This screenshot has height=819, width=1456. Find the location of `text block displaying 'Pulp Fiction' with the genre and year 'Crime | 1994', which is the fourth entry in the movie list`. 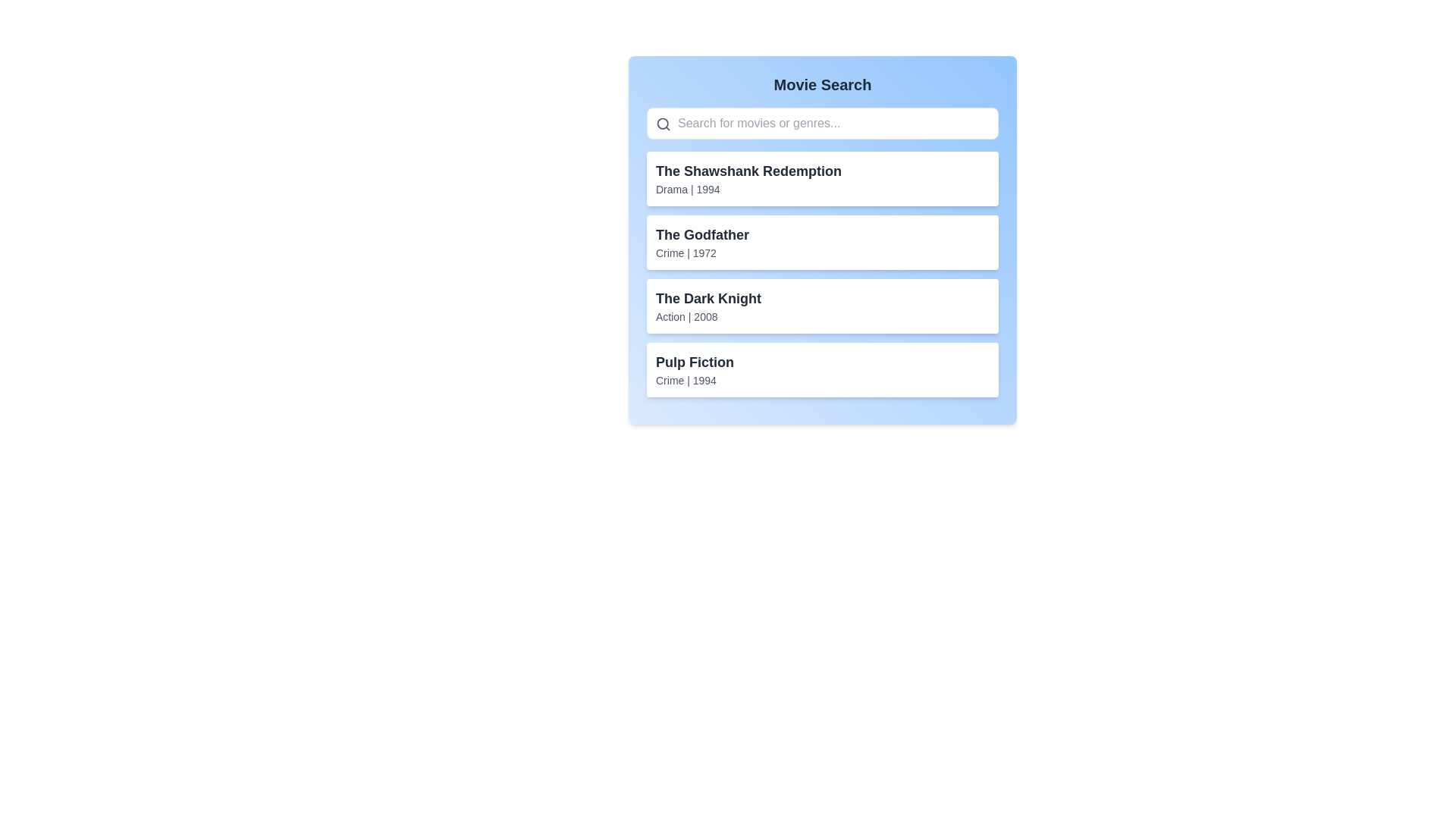

text block displaying 'Pulp Fiction' with the genre and year 'Crime | 1994', which is the fourth entry in the movie list is located at coordinates (694, 370).